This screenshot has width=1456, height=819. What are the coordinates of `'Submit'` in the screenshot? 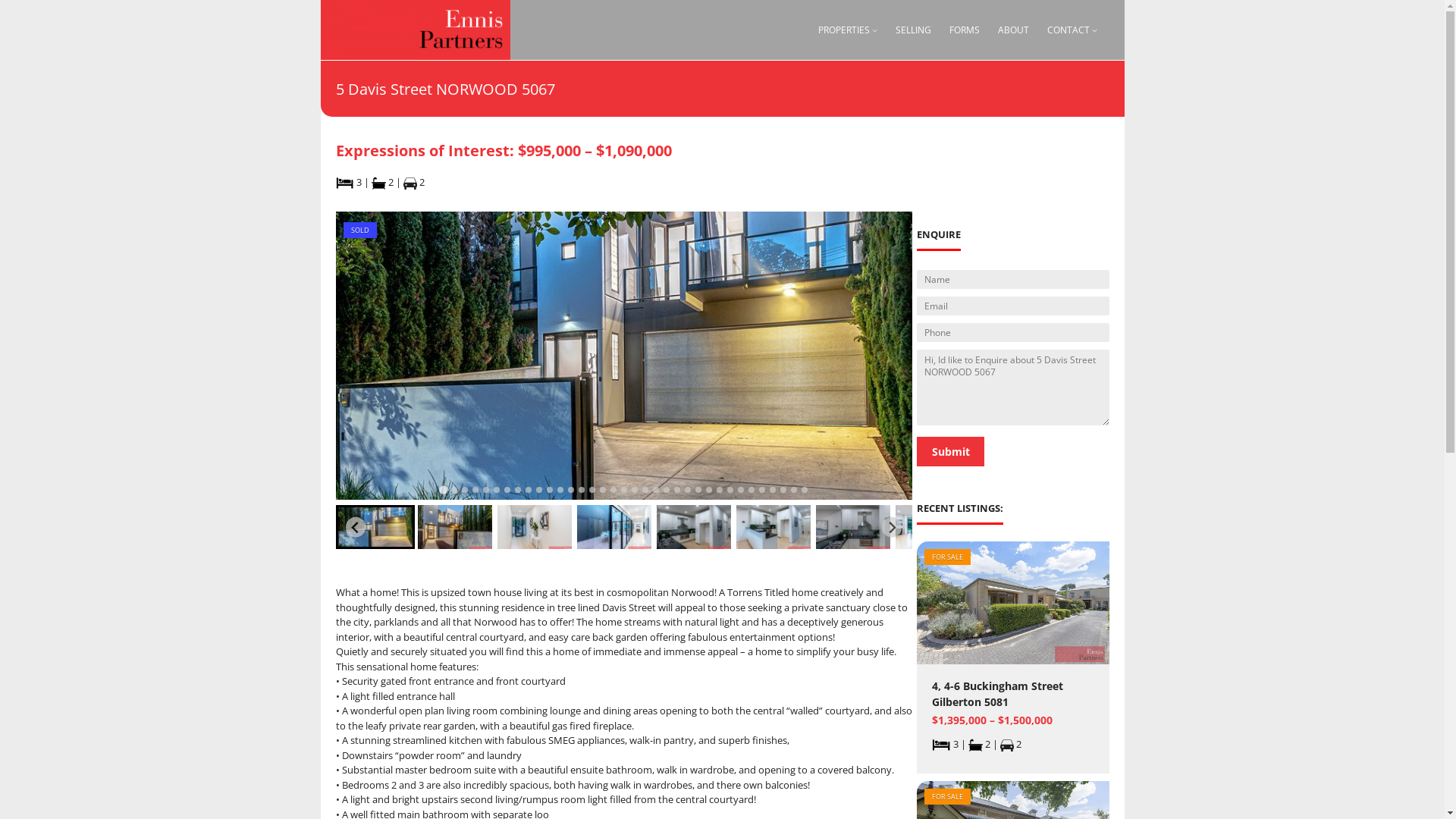 It's located at (949, 450).